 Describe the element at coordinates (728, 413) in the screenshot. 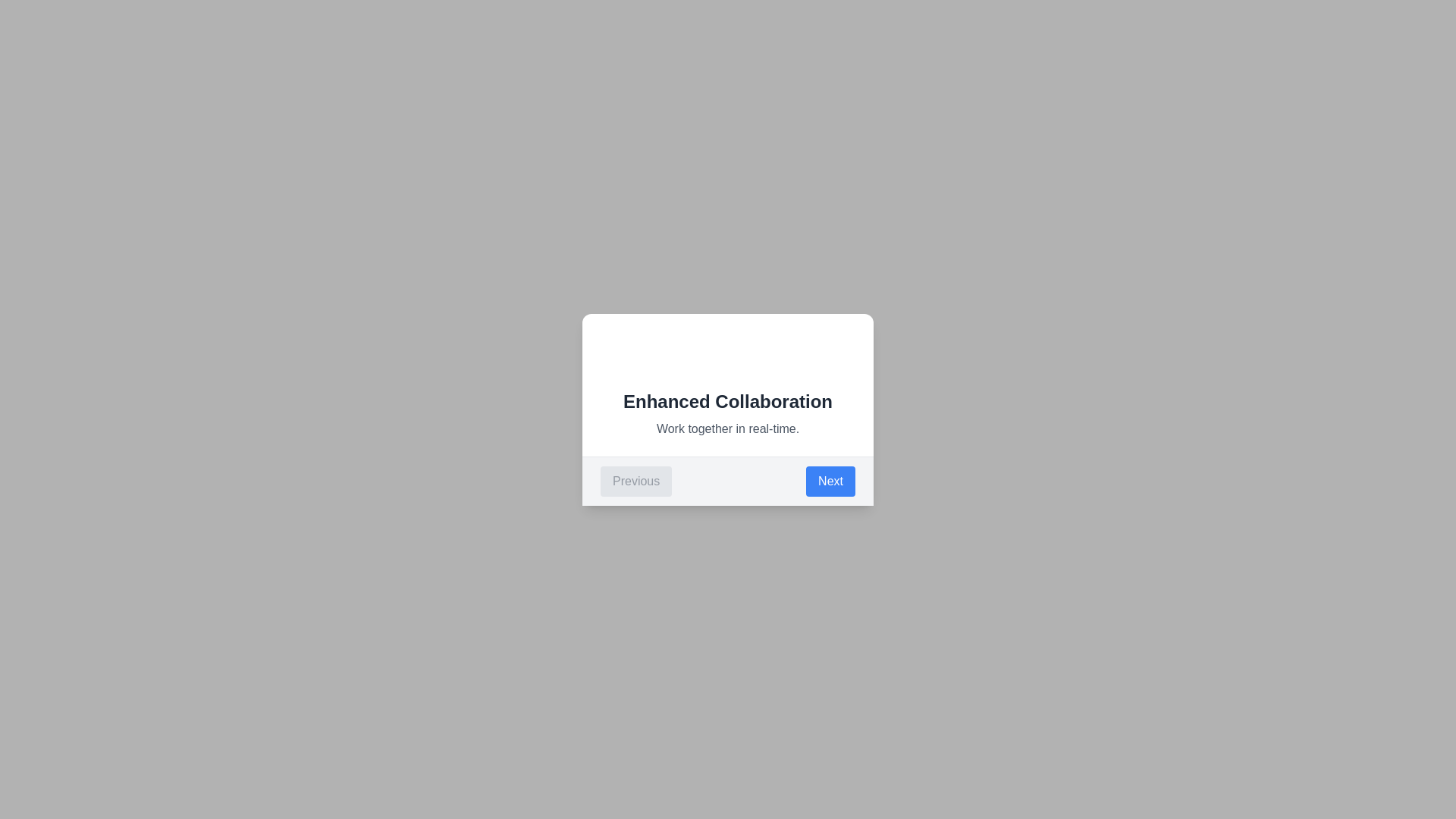

I see `the textual display component that includes the header 'Enhanced Collaboration' and the description 'Work together in real-time.'` at that location.